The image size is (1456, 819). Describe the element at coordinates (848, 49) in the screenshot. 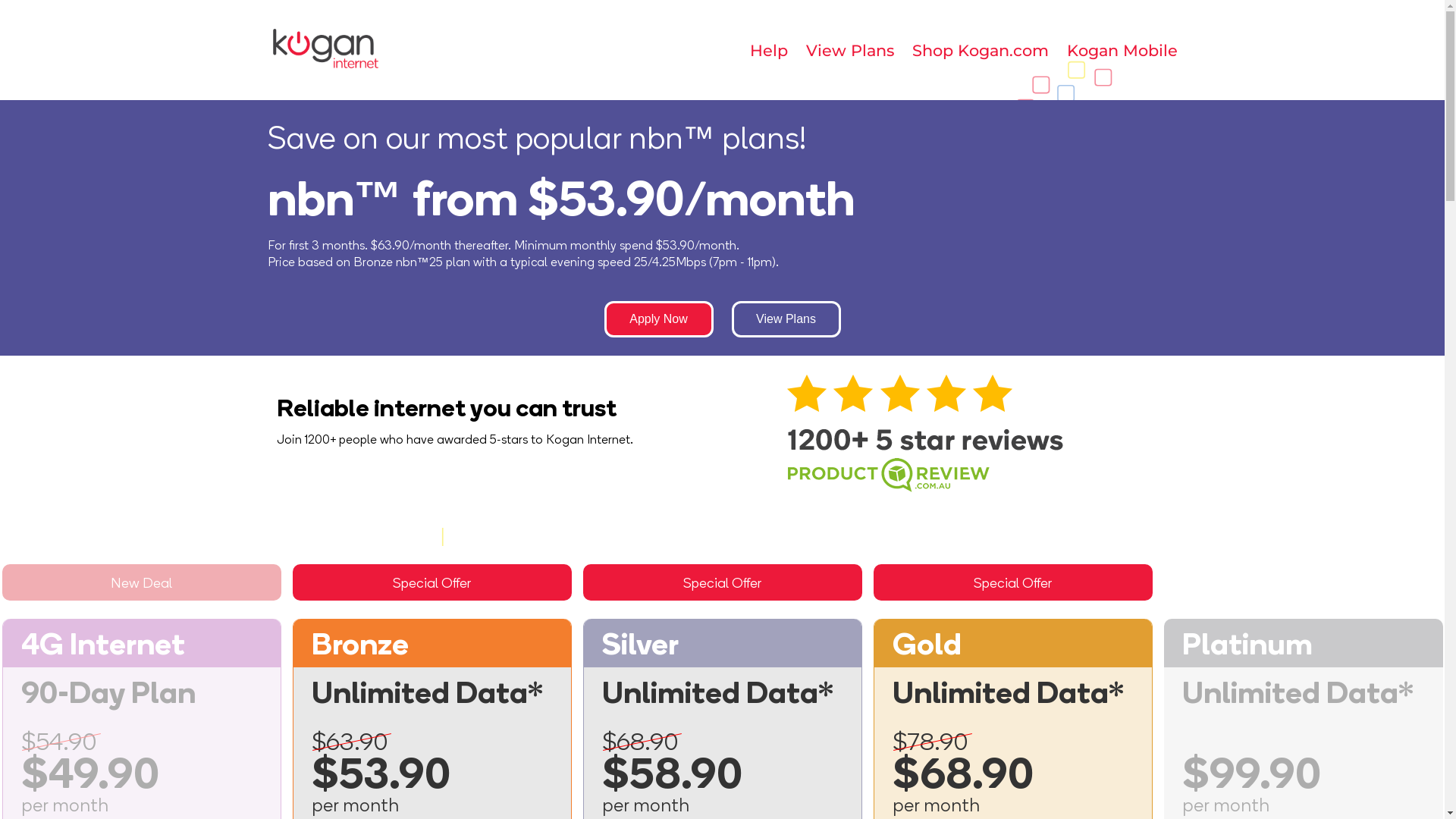

I see `'View Plans'` at that location.